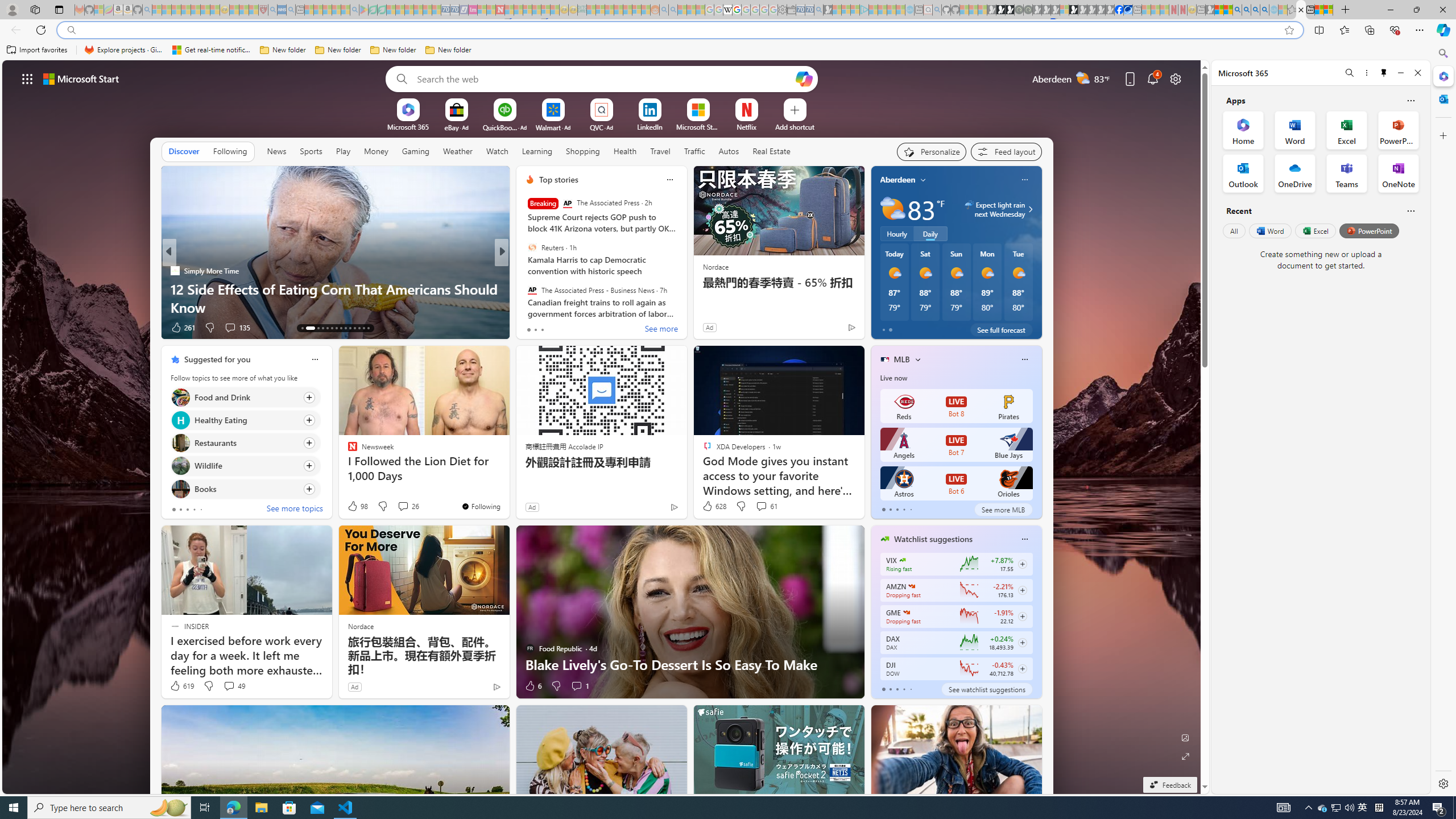 This screenshot has width=1456, height=819. I want to click on 'Mostly sunny', so click(1017, 272).